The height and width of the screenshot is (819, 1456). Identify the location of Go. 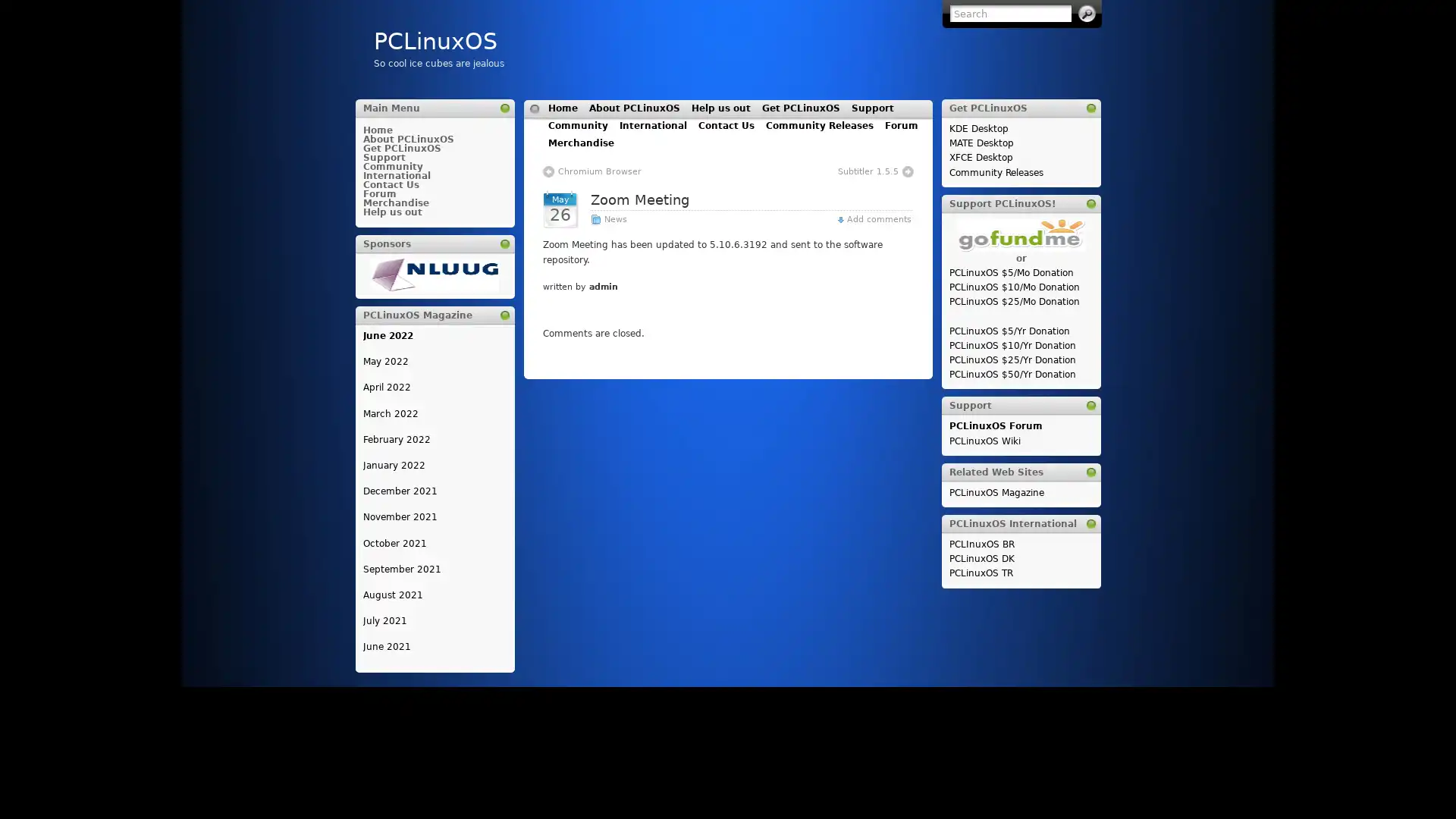
(1086, 14).